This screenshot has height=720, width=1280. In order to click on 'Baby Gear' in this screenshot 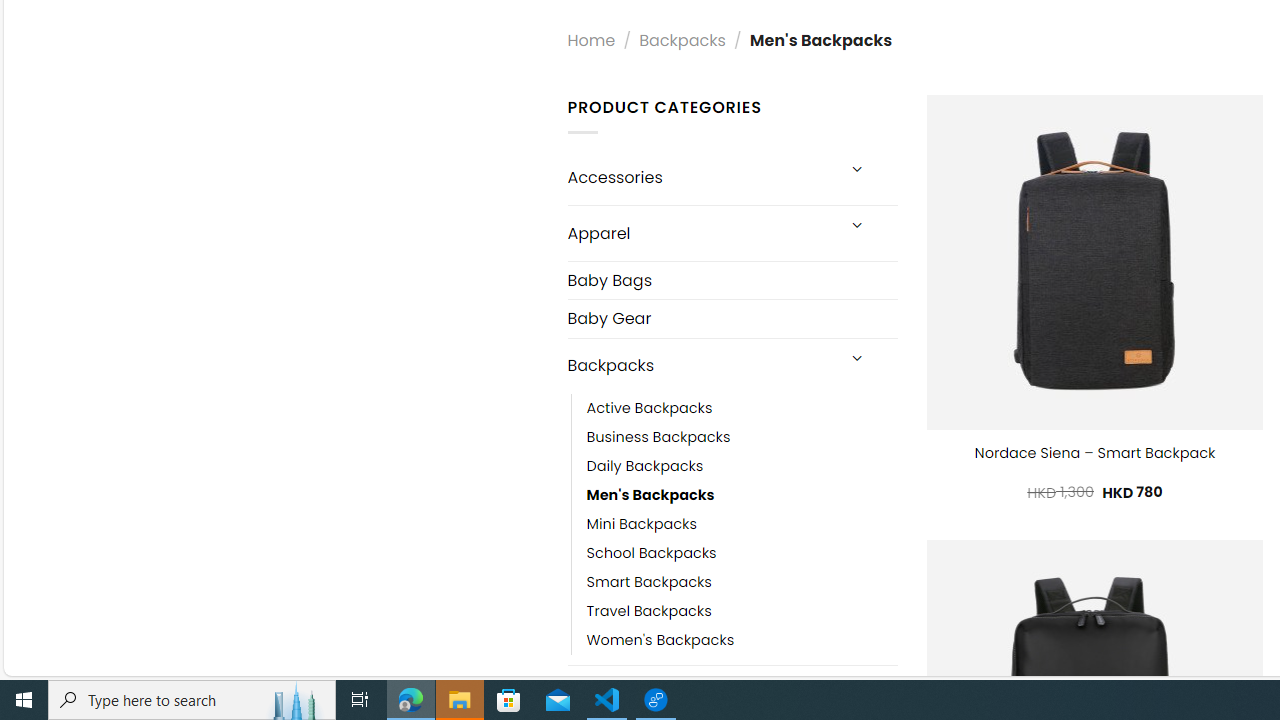, I will do `click(731, 317)`.